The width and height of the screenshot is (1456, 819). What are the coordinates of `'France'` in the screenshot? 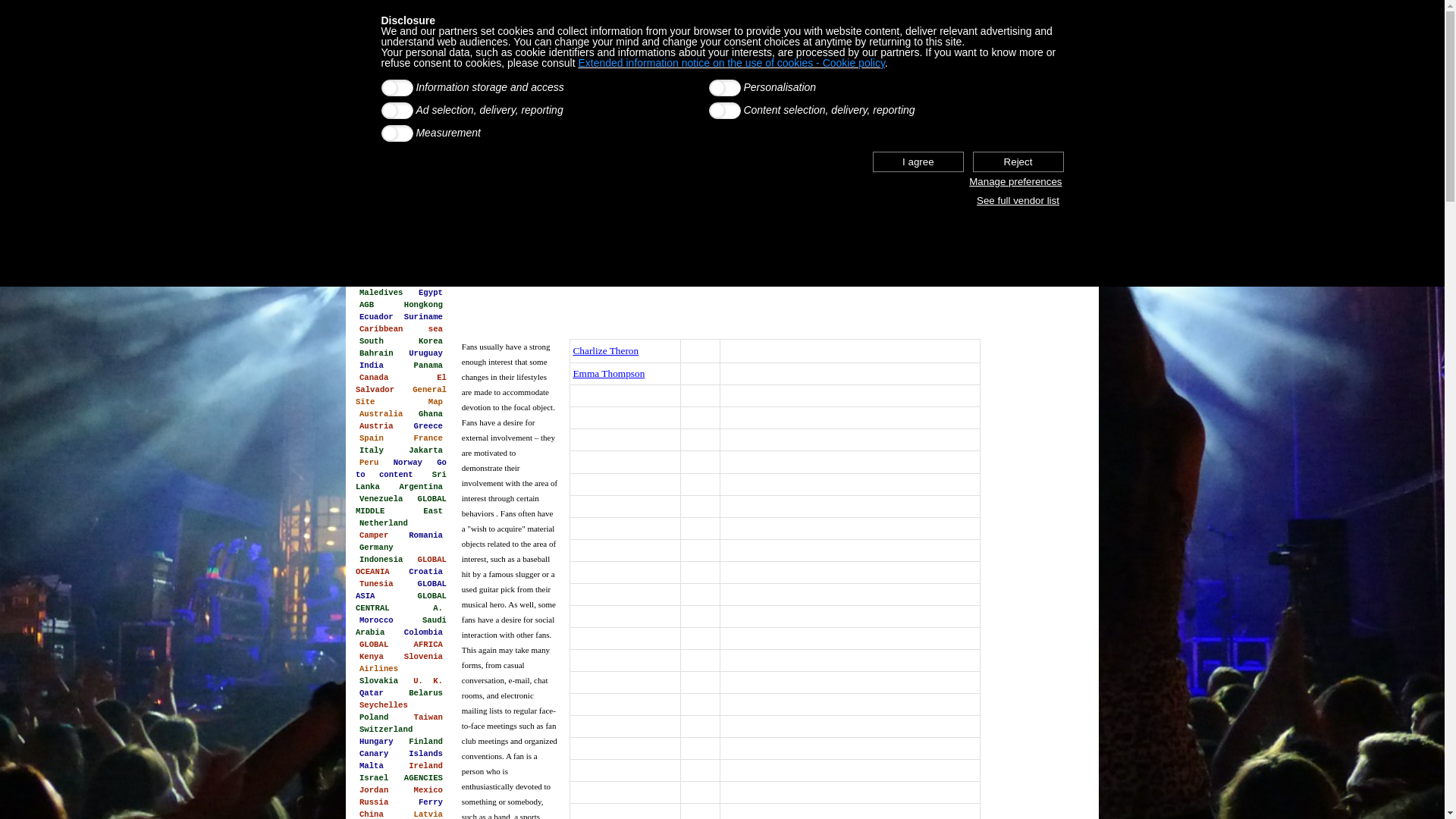 It's located at (411, 438).